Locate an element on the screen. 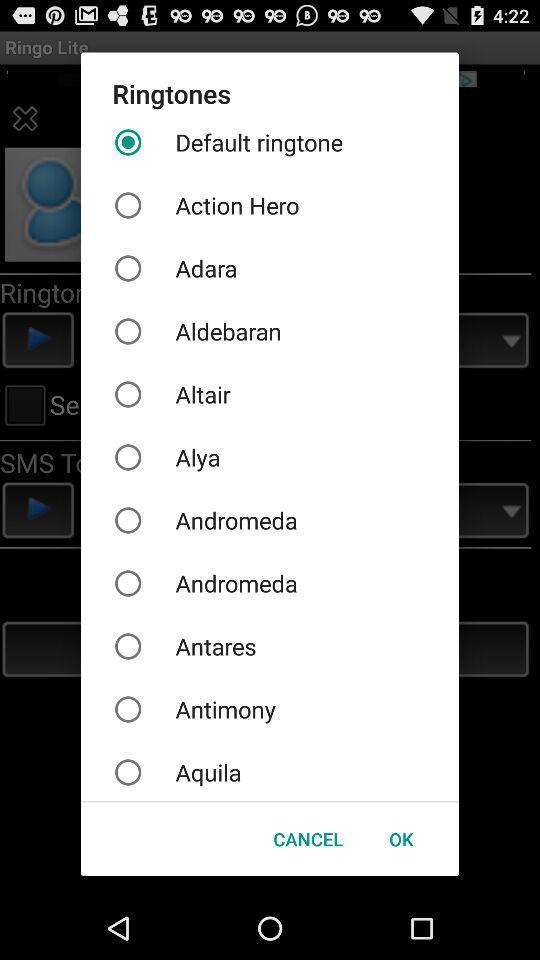 The width and height of the screenshot is (540, 960). icon next to the ok is located at coordinates (308, 839).